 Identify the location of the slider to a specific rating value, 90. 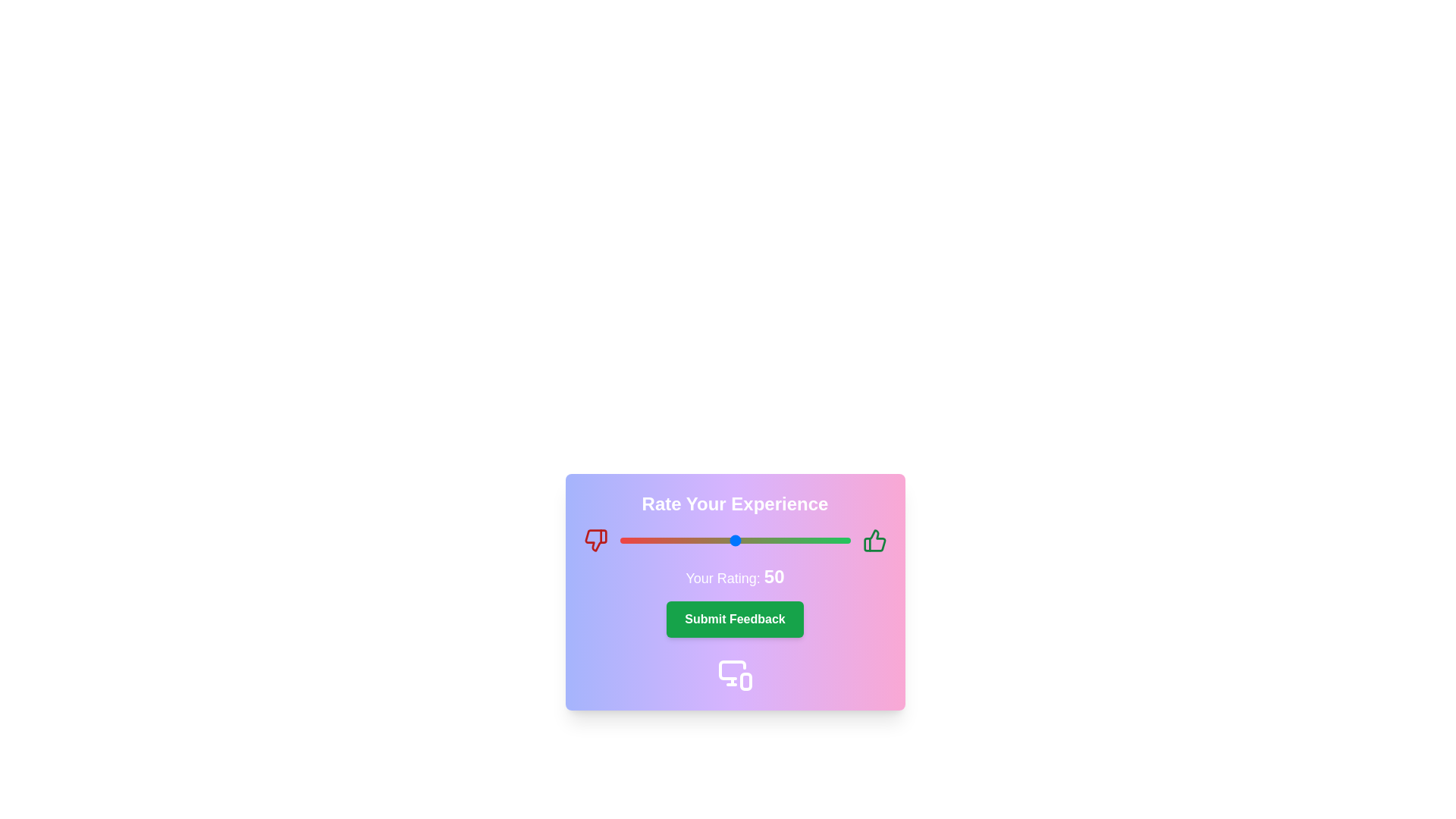
(827, 540).